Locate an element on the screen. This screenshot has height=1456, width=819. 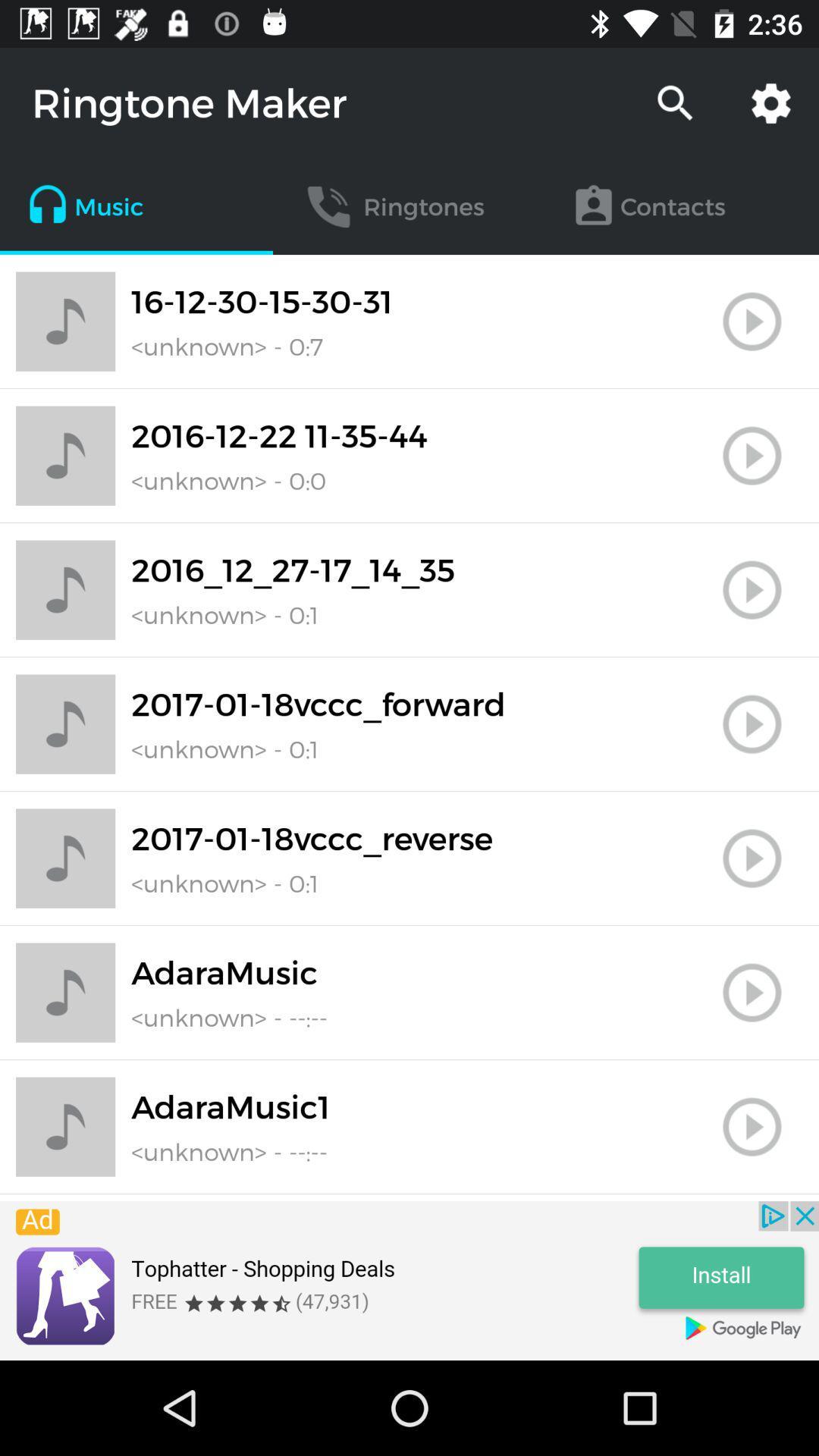
advert is located at coordinates (409, 1280).